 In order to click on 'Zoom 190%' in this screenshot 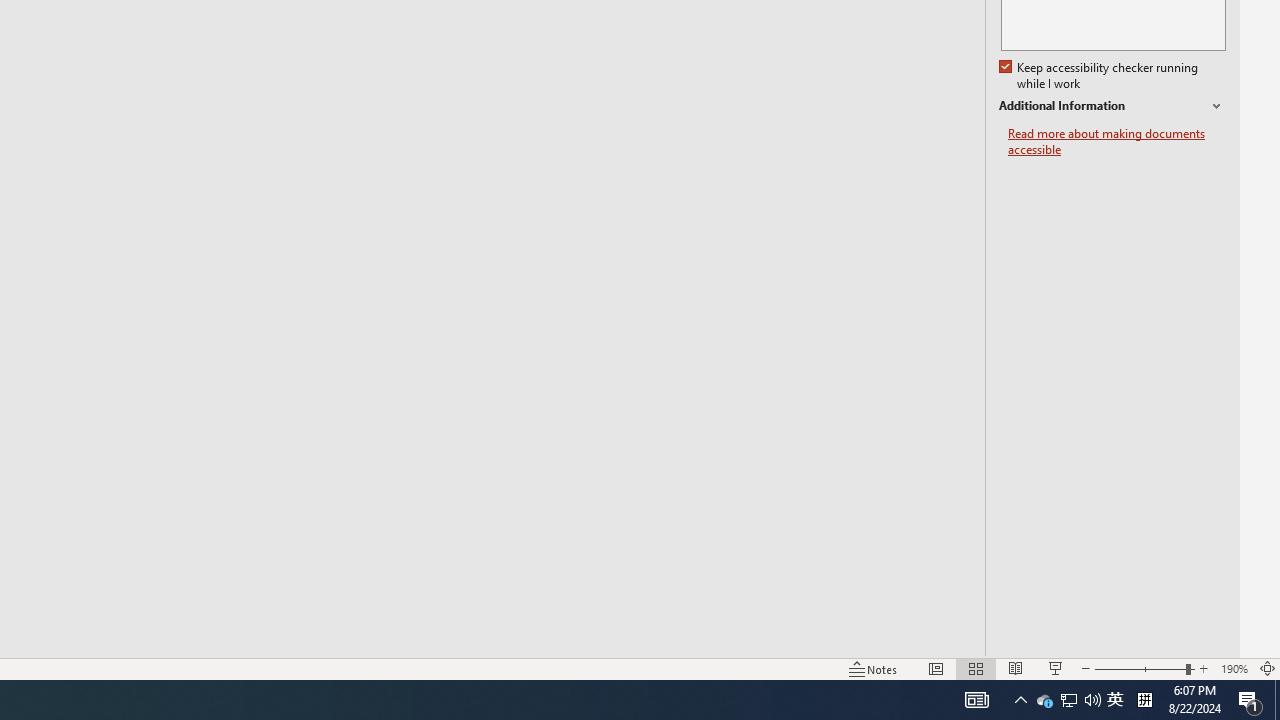, I will do `click(1233, 669)`.